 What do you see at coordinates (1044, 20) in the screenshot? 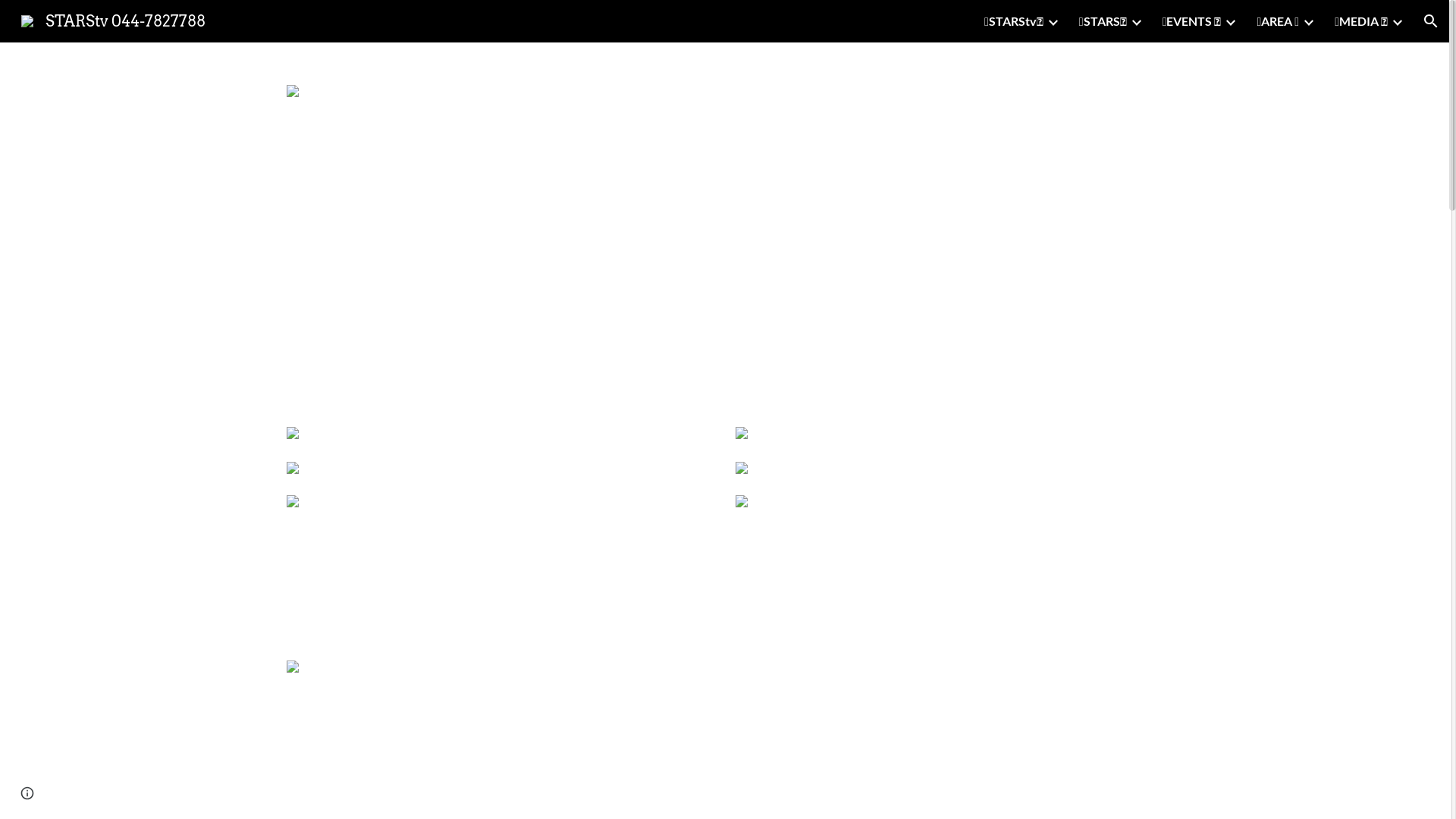
I see `'Expand/Collapse'` at bounding box center [1044, 20].